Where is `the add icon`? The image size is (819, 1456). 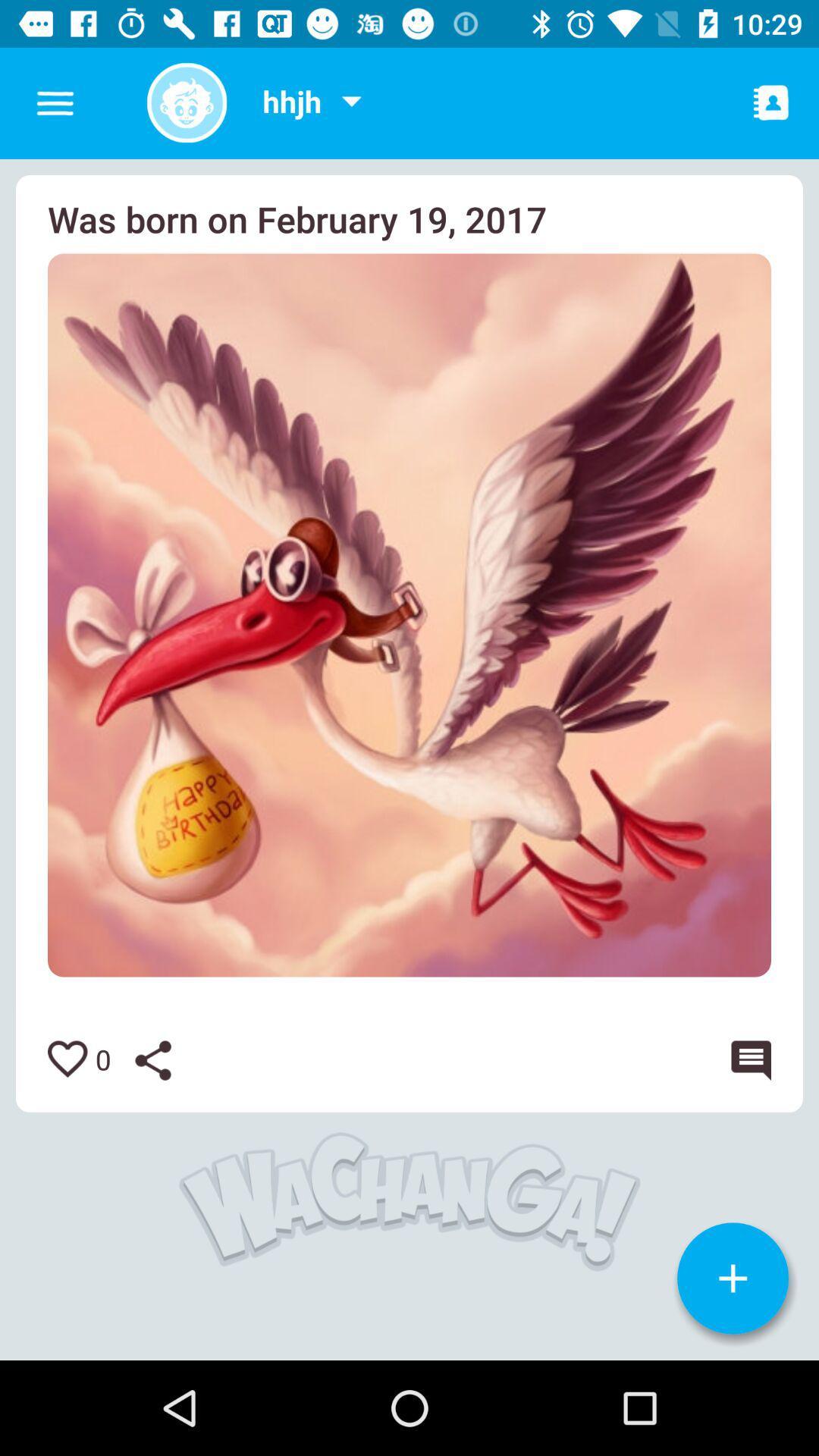 the add icon is located at coordinates (732, 1277).